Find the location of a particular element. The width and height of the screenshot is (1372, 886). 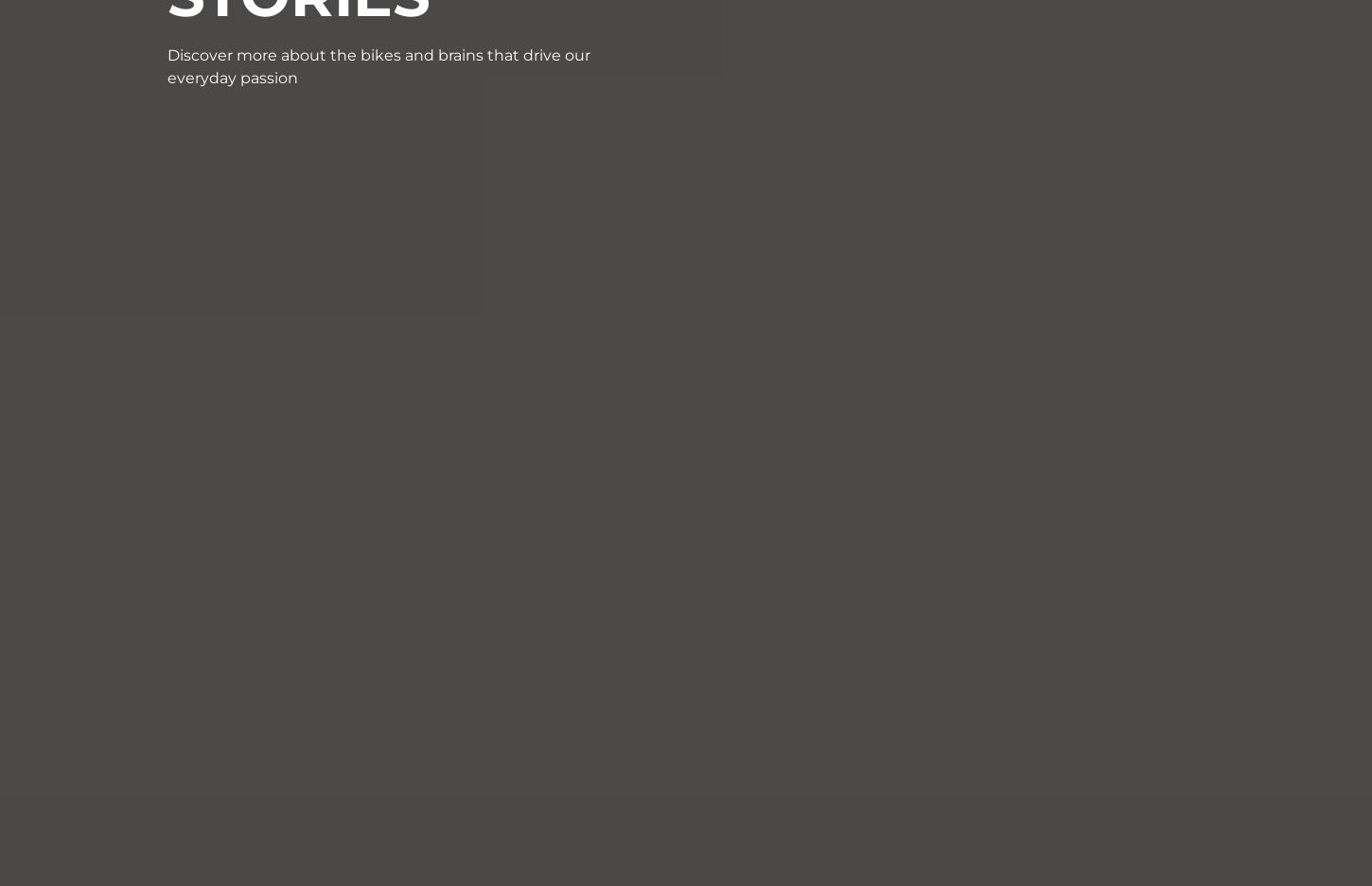

'5' is located at coordinates (715, 171).